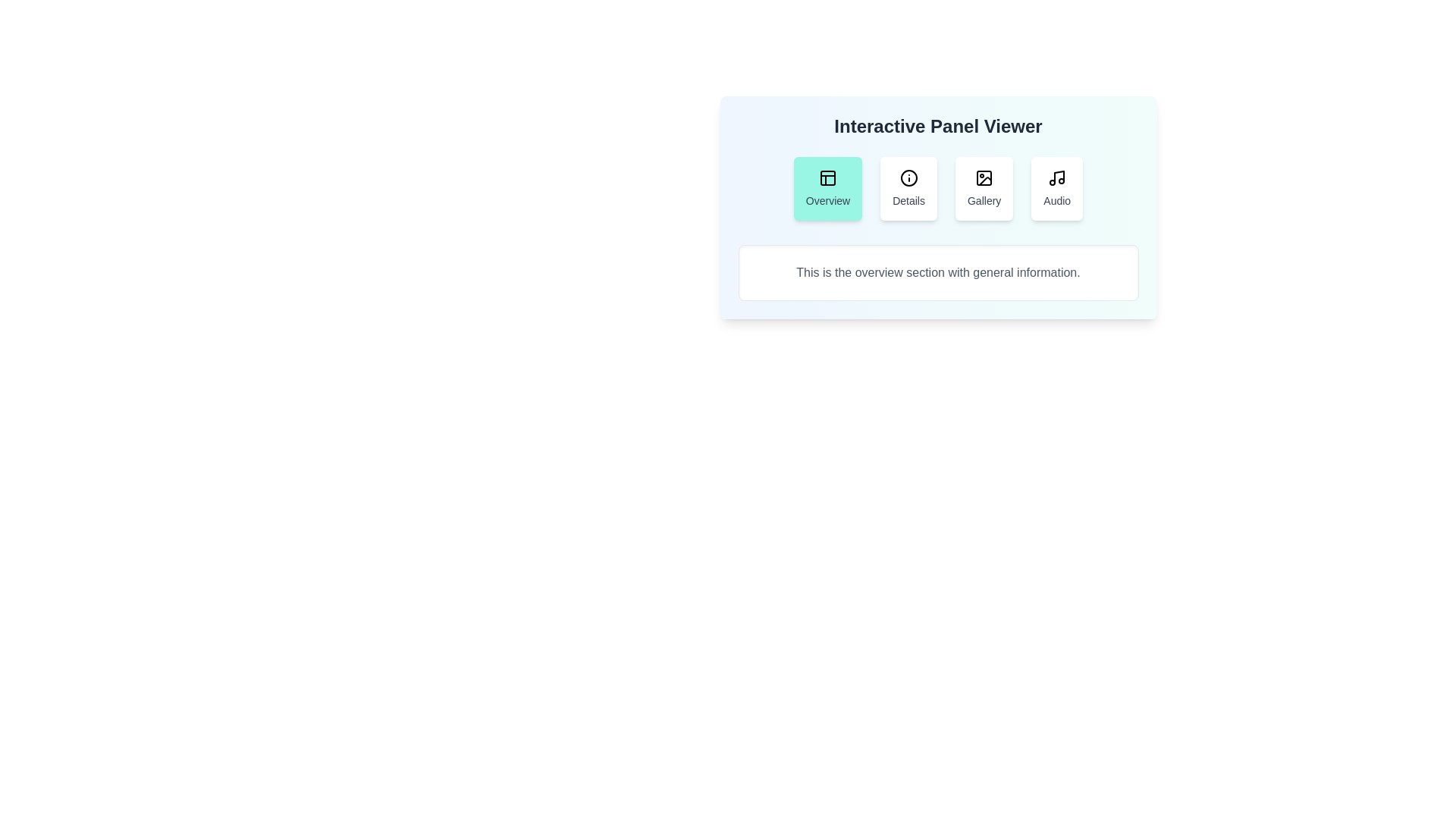 This screenshot has height=819, width=1456. Describe the element at coordinates (908, 177) in the screenshot. I see `the circular outline of the 'info' icon, which is styled with a black stroke and is positioned at the center of the 'info' icon in the top section of the interface` at that location.